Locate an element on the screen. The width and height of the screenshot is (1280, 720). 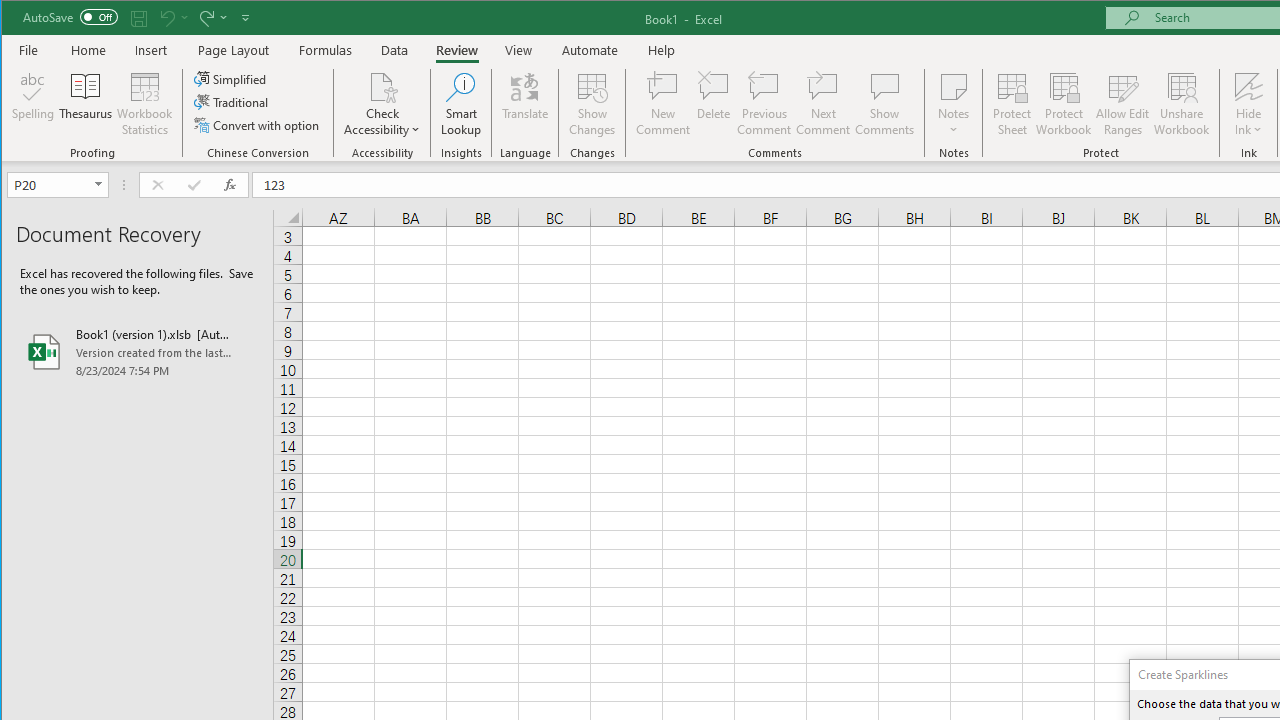
'Undo' is located at coordinates (172, 17).